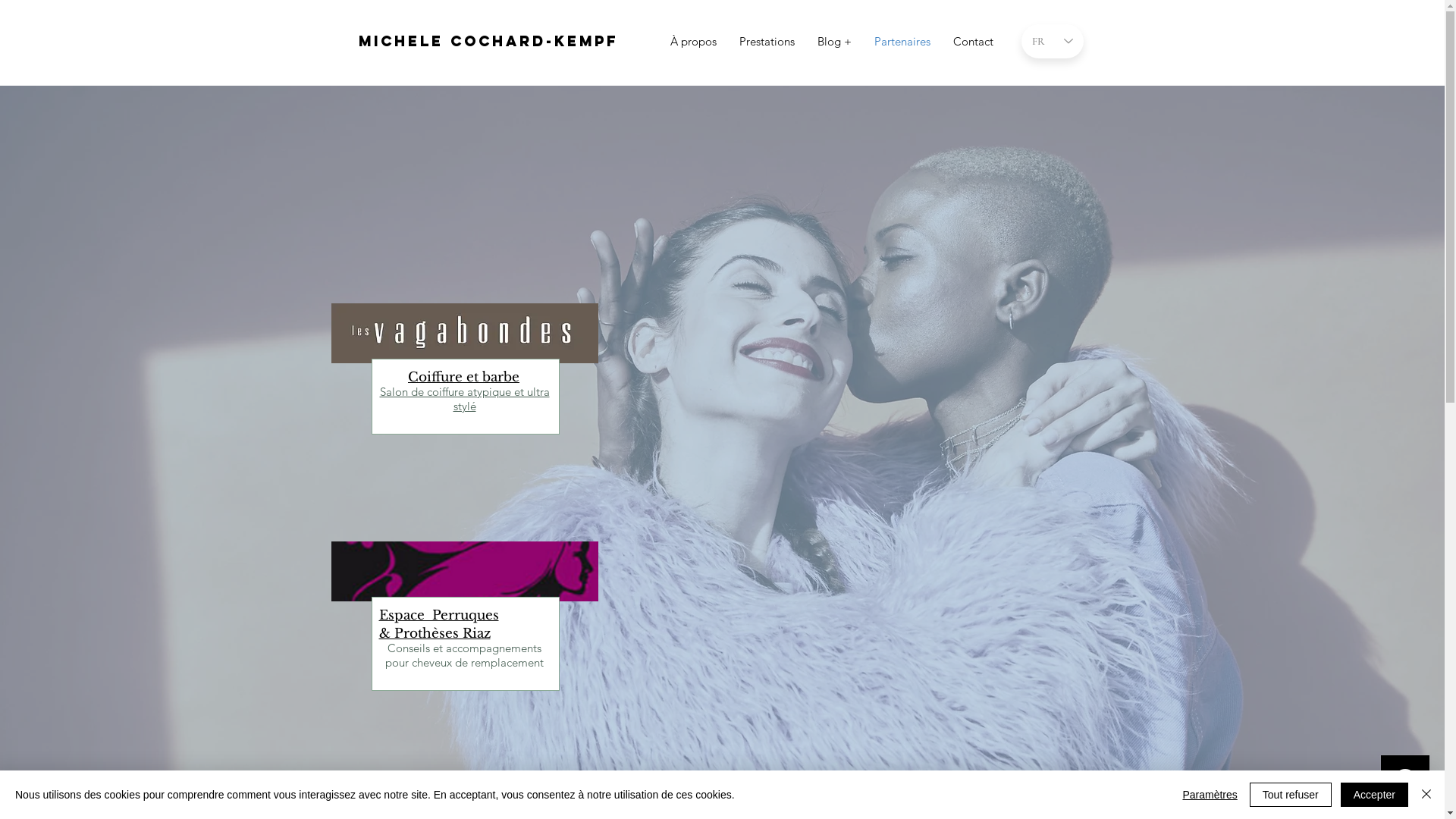 The height and width of the screenshot is (819, 1456). I want to click on 'Accepter', so click(1374, 794).